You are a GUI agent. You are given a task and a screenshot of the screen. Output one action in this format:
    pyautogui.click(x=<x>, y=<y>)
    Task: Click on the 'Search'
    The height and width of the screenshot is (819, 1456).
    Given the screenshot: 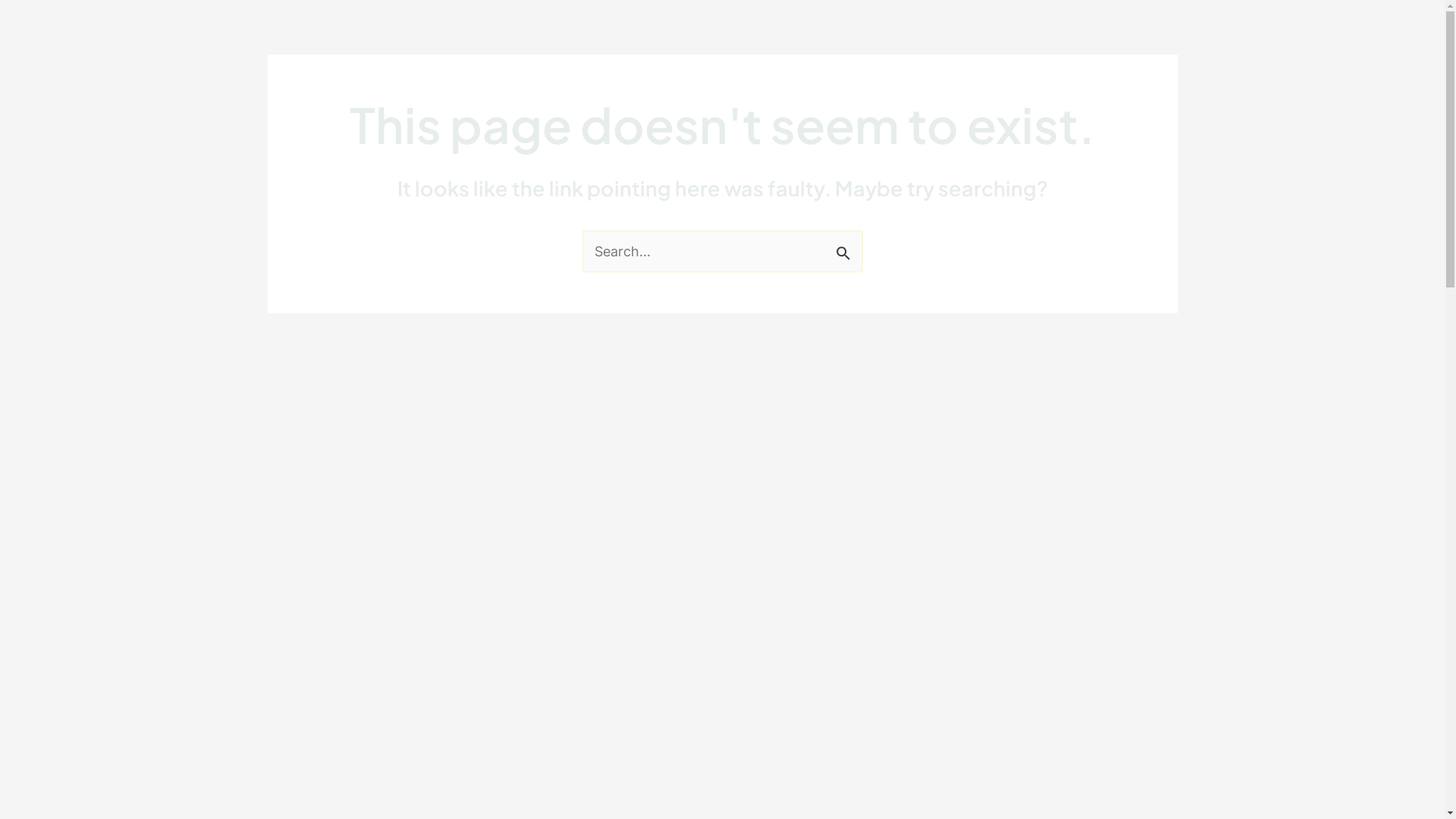 What is the action you would take?
    pyautogui.click(x=844, y=247)
    